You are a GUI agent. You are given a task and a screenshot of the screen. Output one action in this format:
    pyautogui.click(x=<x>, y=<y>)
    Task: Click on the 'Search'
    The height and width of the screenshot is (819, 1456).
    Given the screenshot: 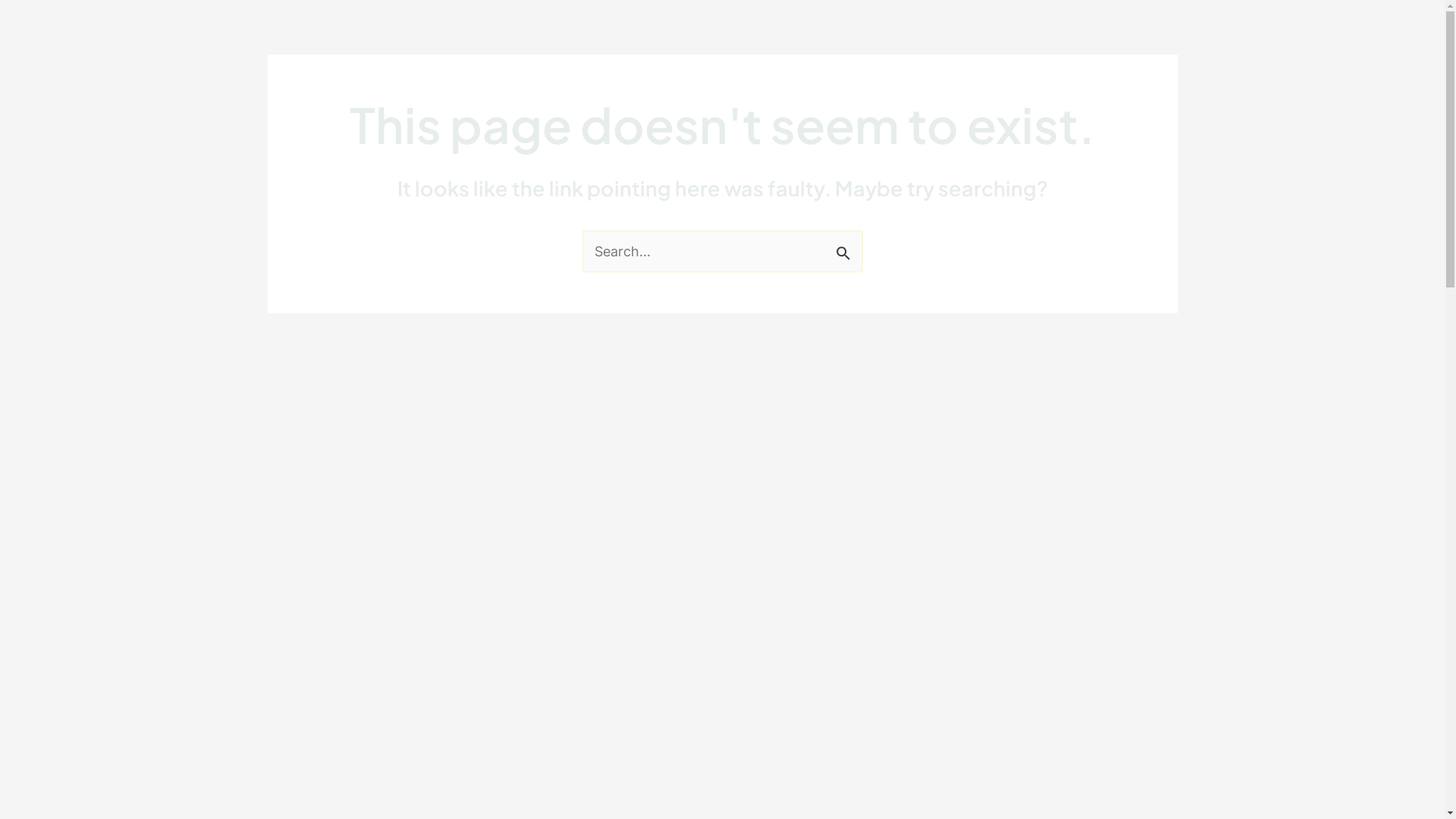 What is the action you would take?
    pyautogui.click(x=844, y=247)
    